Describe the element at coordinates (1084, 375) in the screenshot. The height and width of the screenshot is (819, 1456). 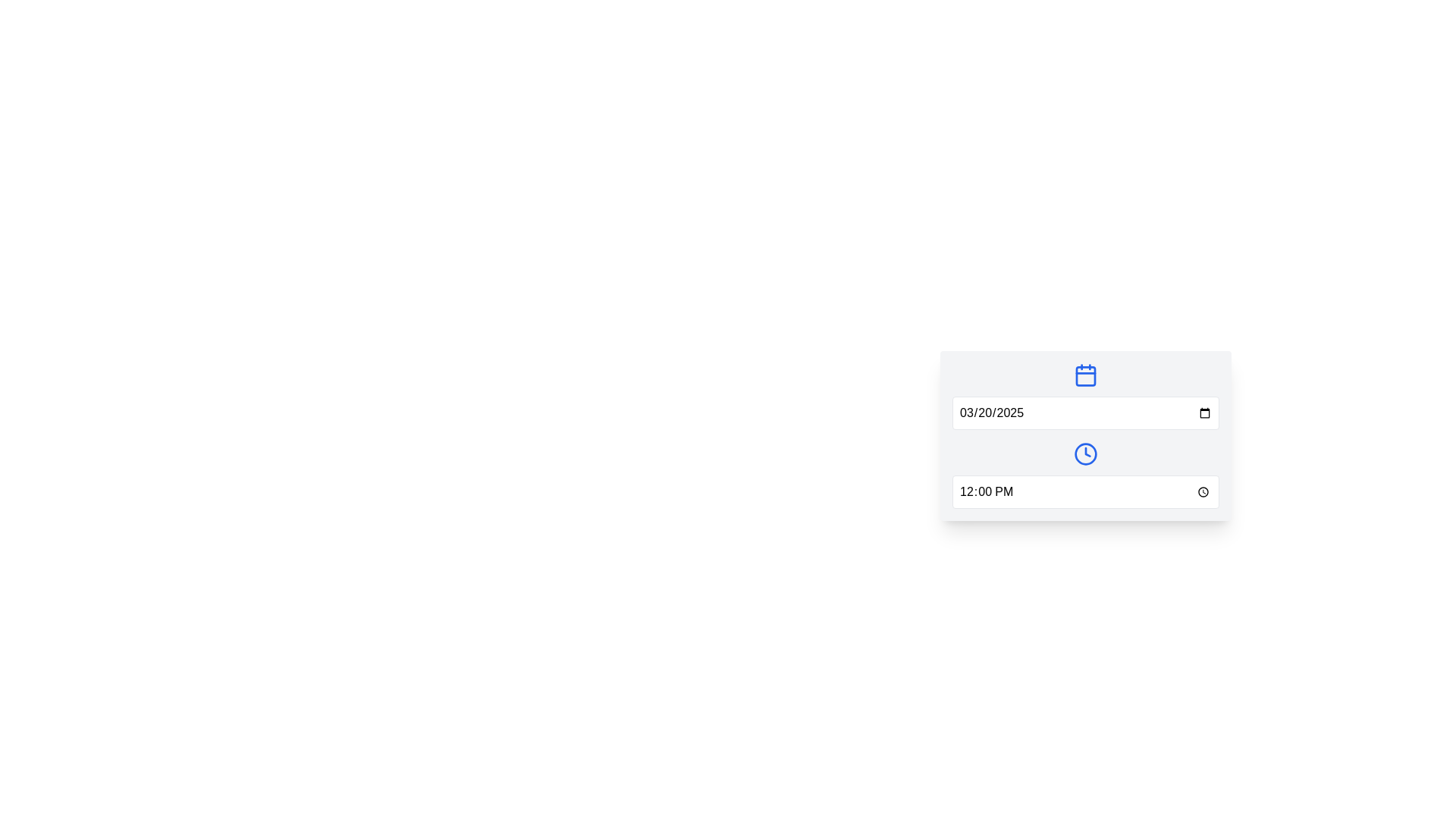
I see `the calendar icon, which has a blue outline and rounded corners, positioned above a date input field` at that location.